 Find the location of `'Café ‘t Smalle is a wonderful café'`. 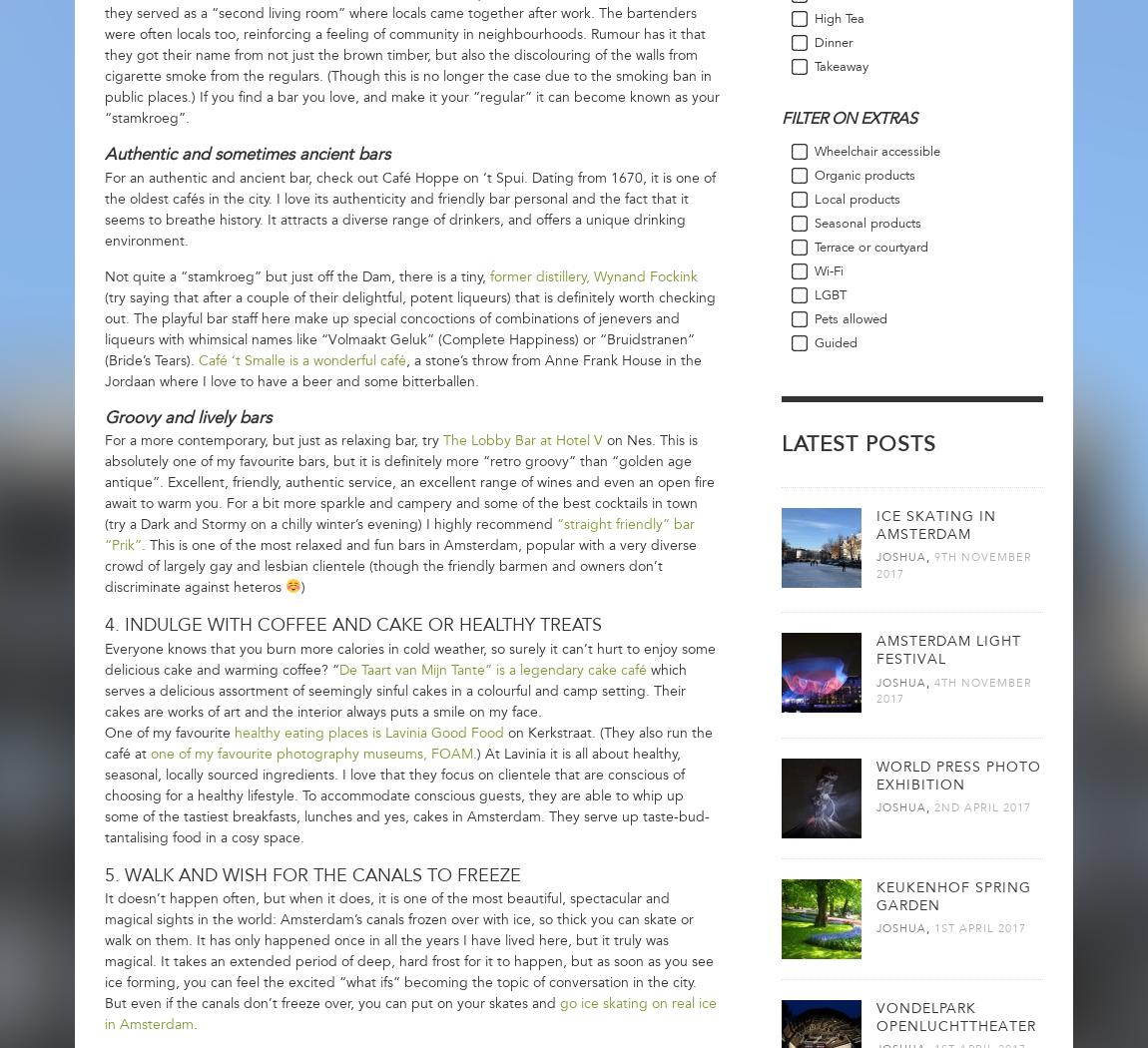

'Café ‘t Smalle is a wonderful café' is located at coordinates (302, 358).